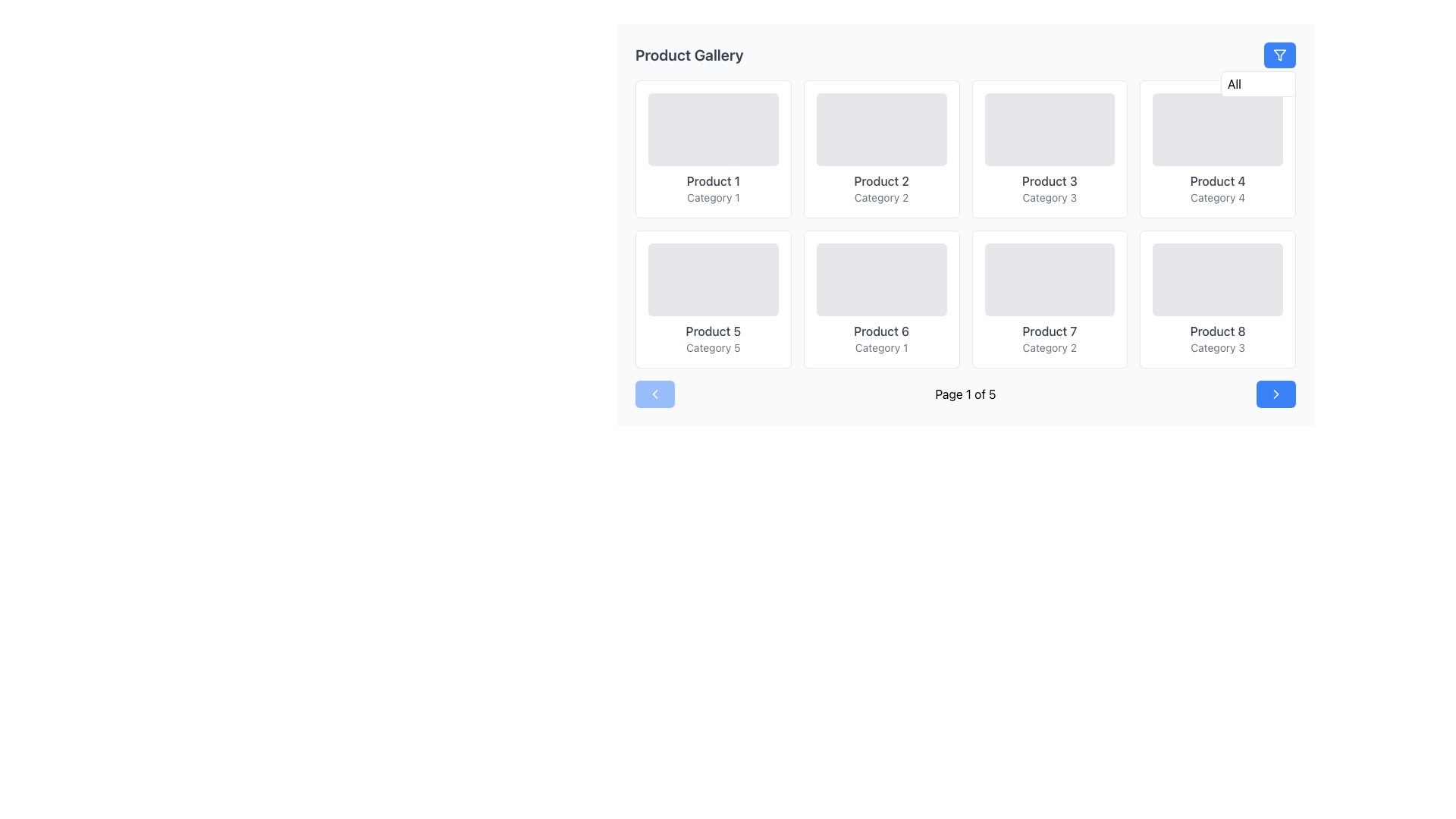 The width and height of the screenshot is (1456, 819). Describe the element at coordinates (1279, 55) in the screenshot. I see `the small blue button with a filter icon located at the top-right corner of the 'Product Gallery' section, to the right of the text 'All'` at that location.